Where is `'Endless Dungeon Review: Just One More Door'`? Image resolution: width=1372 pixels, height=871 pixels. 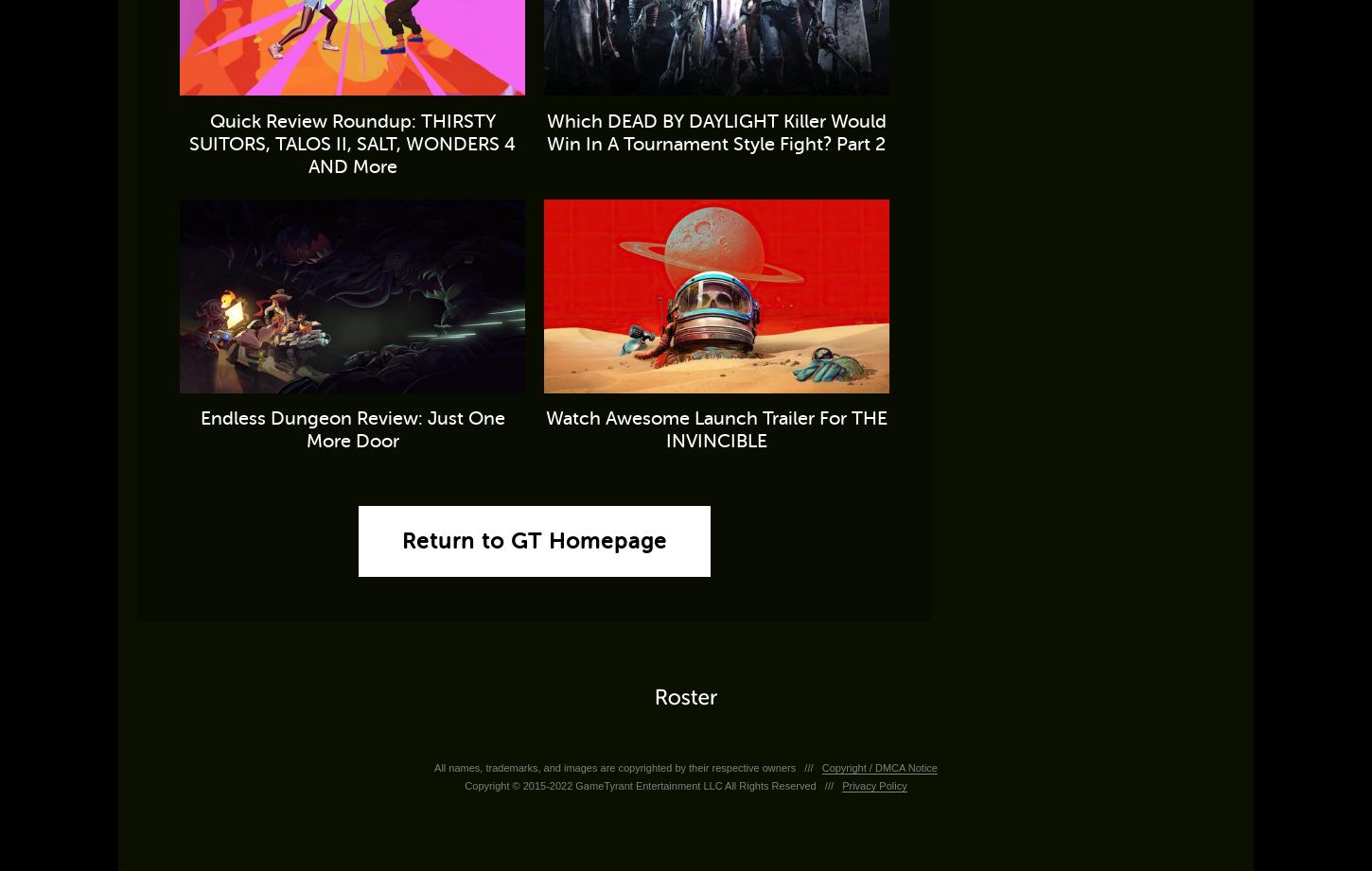
'Endless Dungeon Review: Just One More Door' is located at coordinates (198, 428).